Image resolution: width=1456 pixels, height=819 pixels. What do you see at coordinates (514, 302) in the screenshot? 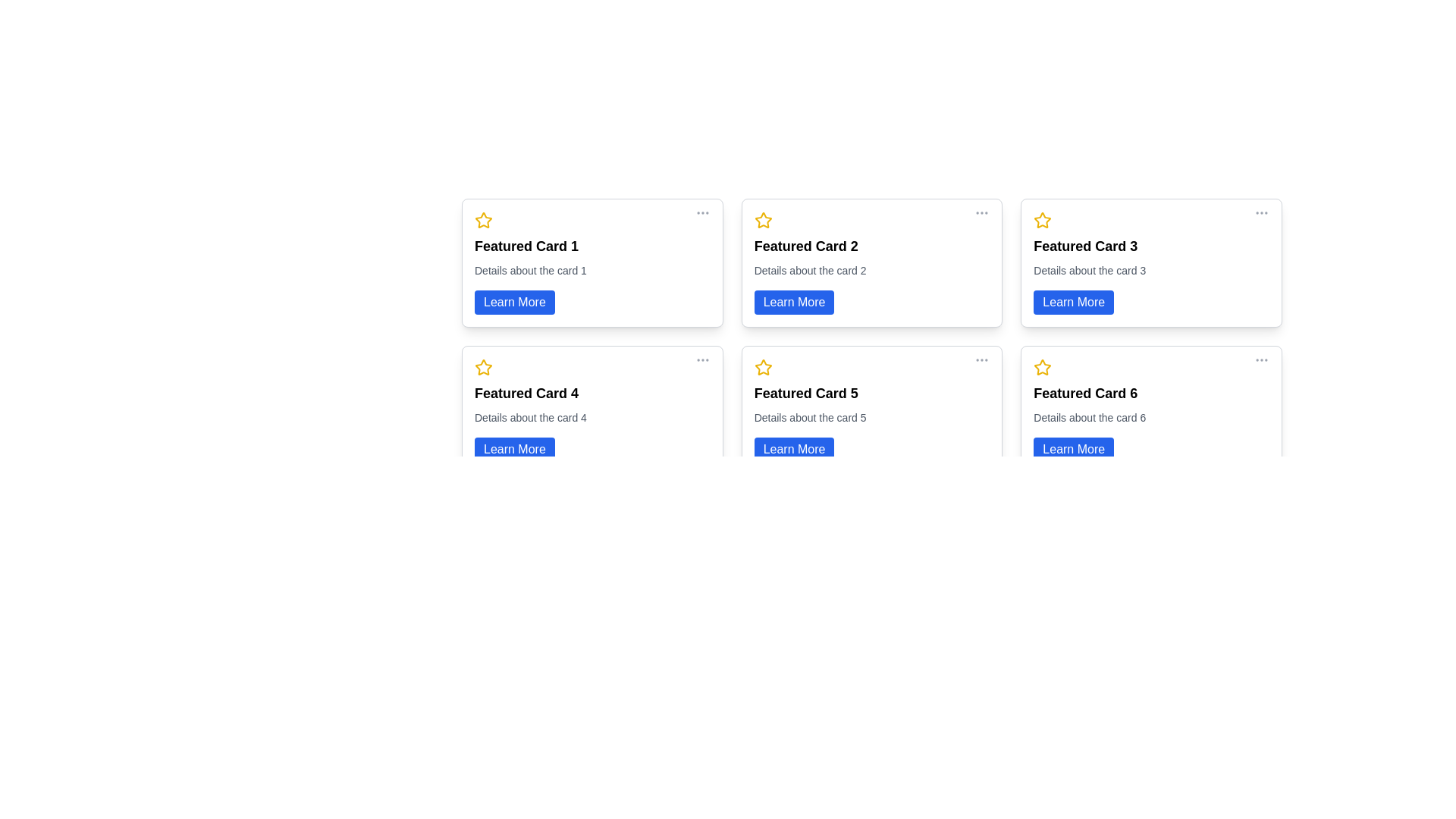
I see `the button located at the bottom of 'Featured Card 1' to change its background color` at bounding box center [514, 302].